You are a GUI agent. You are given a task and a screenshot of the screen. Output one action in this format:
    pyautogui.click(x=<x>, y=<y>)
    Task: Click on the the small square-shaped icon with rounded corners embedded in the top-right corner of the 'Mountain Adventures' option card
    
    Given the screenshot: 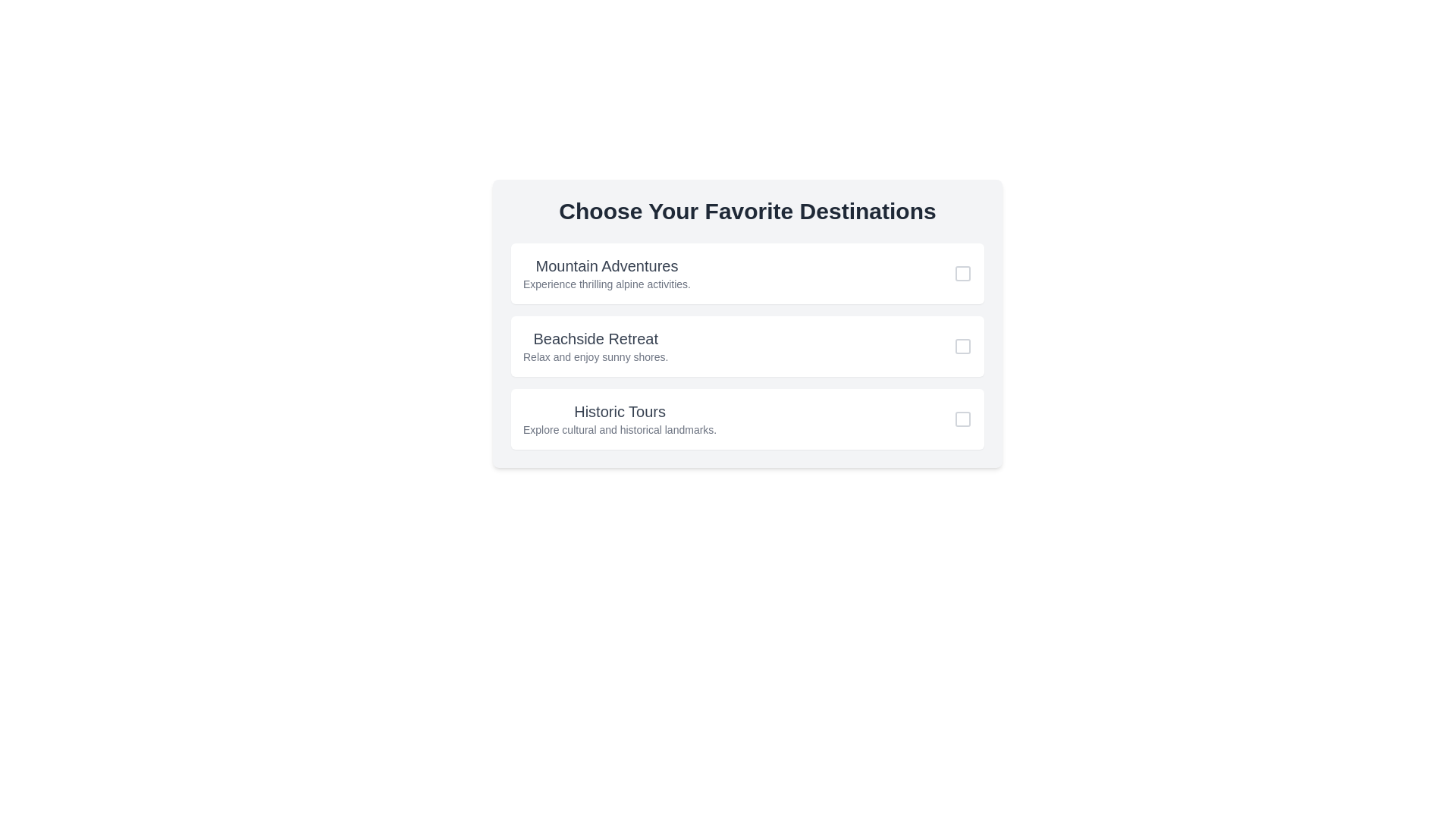 What is the action you would take?
    pyautogui.click(x=962, y=274)
    